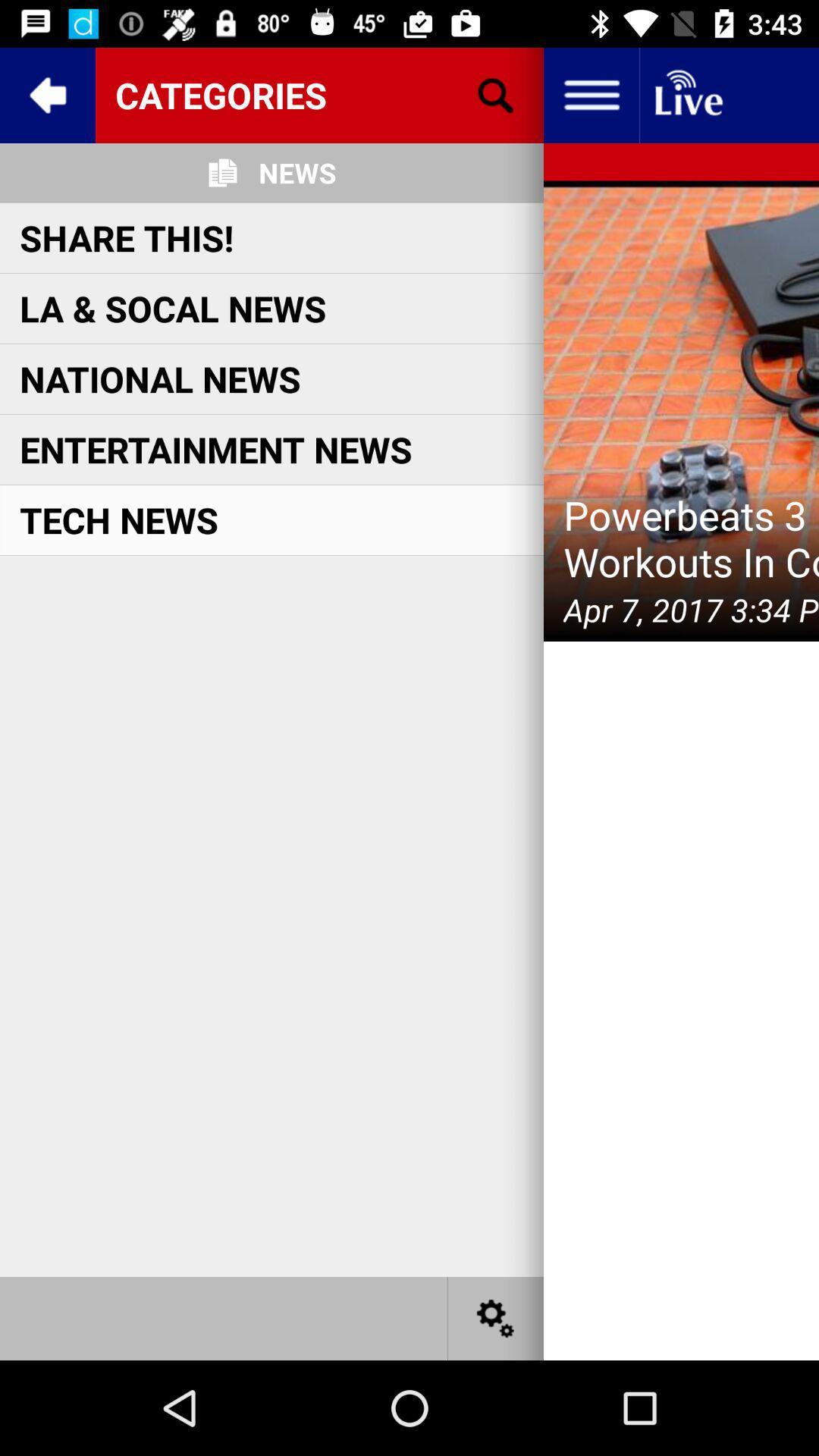 The image size is (819, 1456). Describe the element at coordinates (160, 378) in the screenshot. I see `item below la & socal news icon` at that location.